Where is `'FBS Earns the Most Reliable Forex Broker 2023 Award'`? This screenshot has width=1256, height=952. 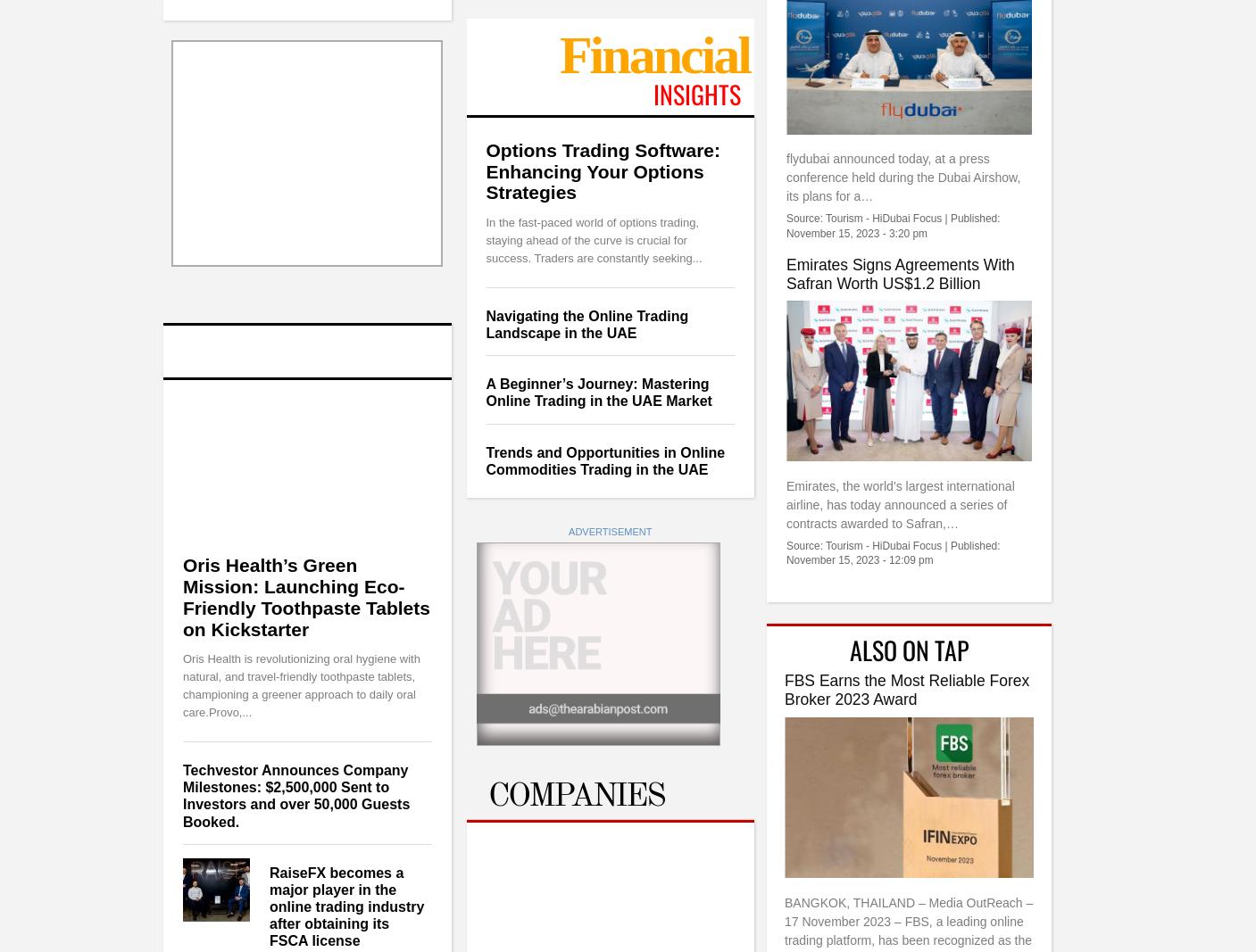
'FBS Earns the Most Reliable Forex Broker 2023 Award' is located at coordinates (905, 689).